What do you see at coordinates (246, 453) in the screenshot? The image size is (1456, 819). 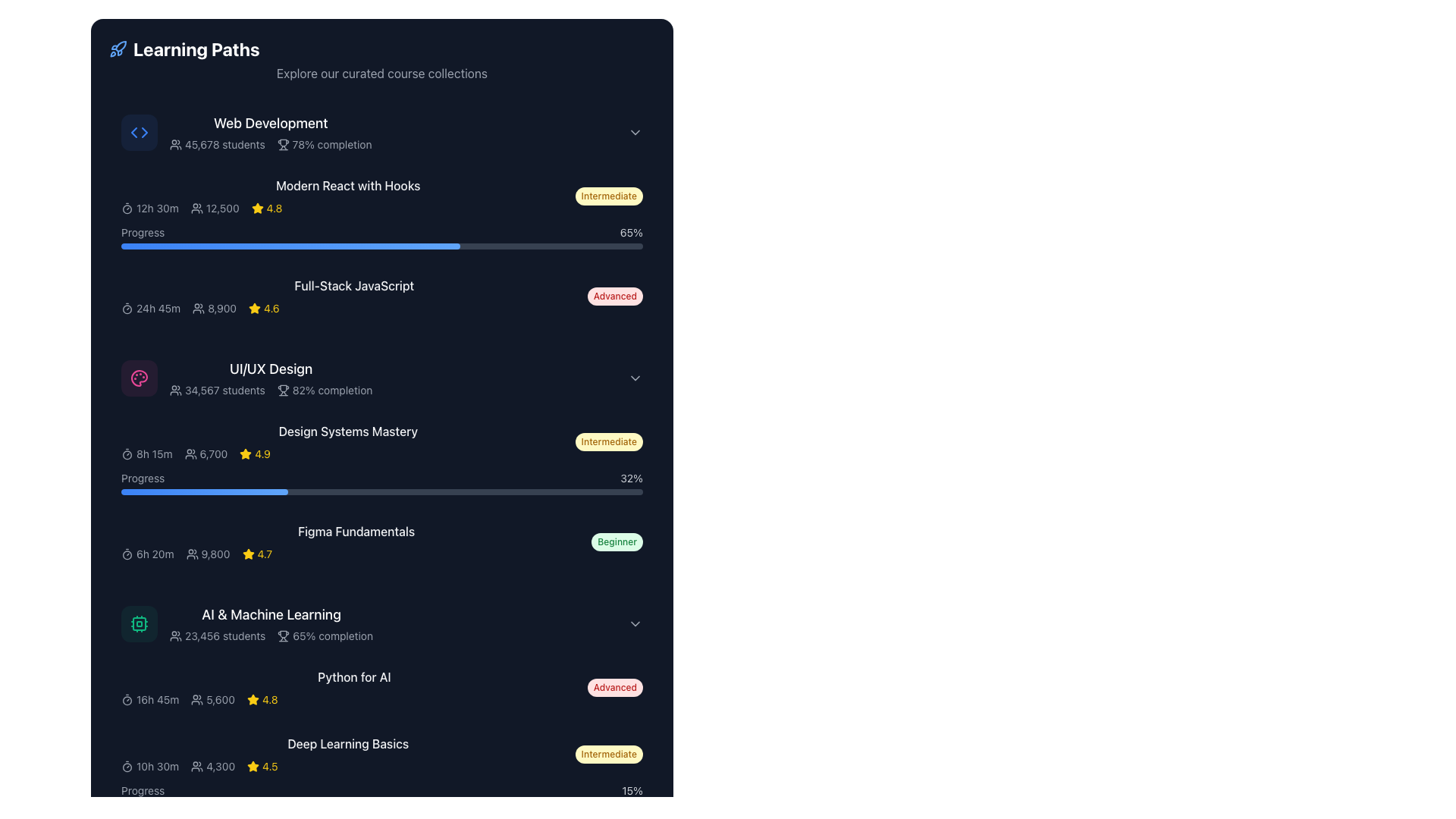 I see `the star-shaped rating indicator icon that signifies the rating for the 'Design Systems Mastery' course, located next to the numeric score '4.9'` at bounding box center [246, 453].